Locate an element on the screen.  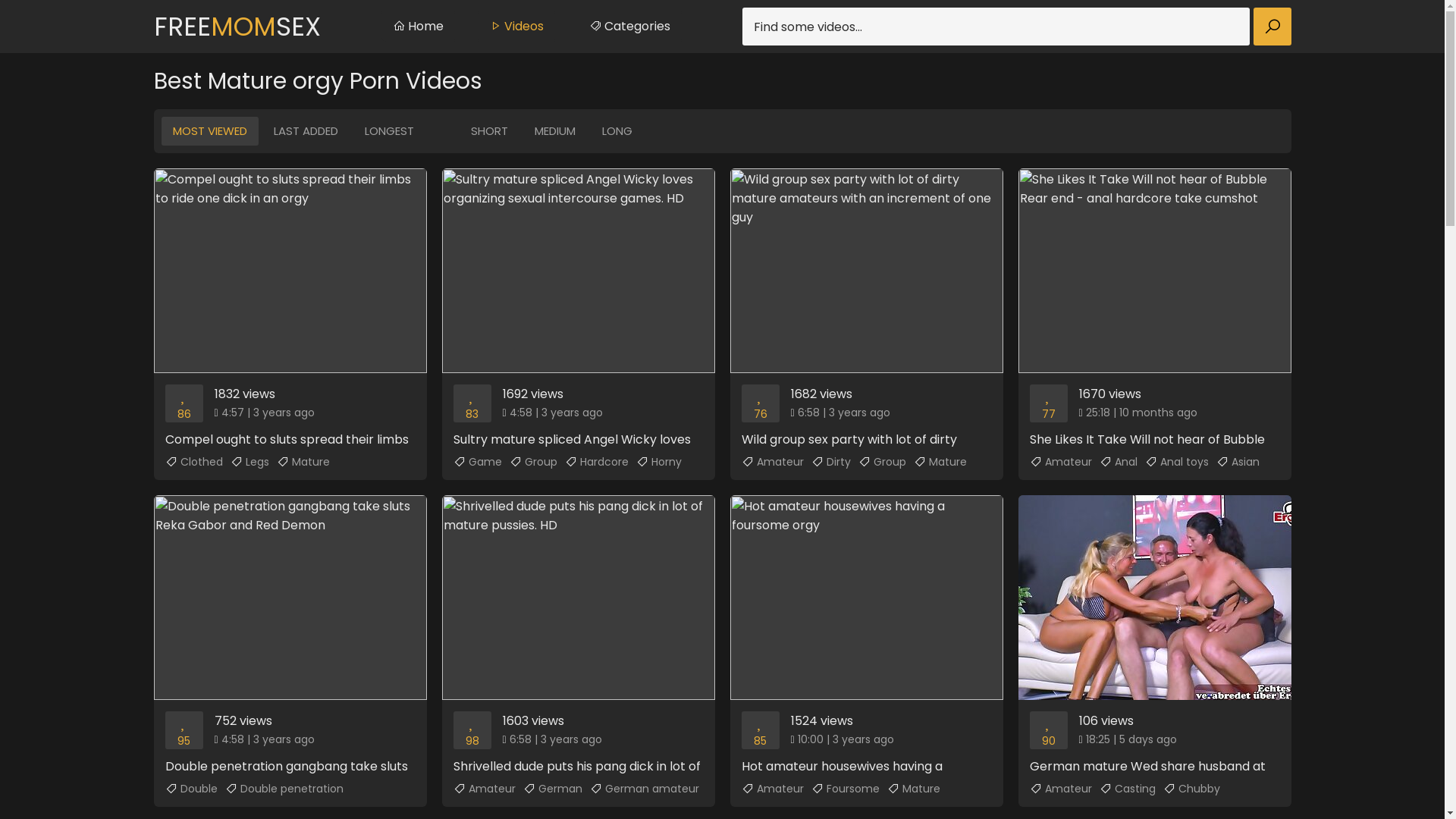
'Asian' is located at coordinates (1238, 461).